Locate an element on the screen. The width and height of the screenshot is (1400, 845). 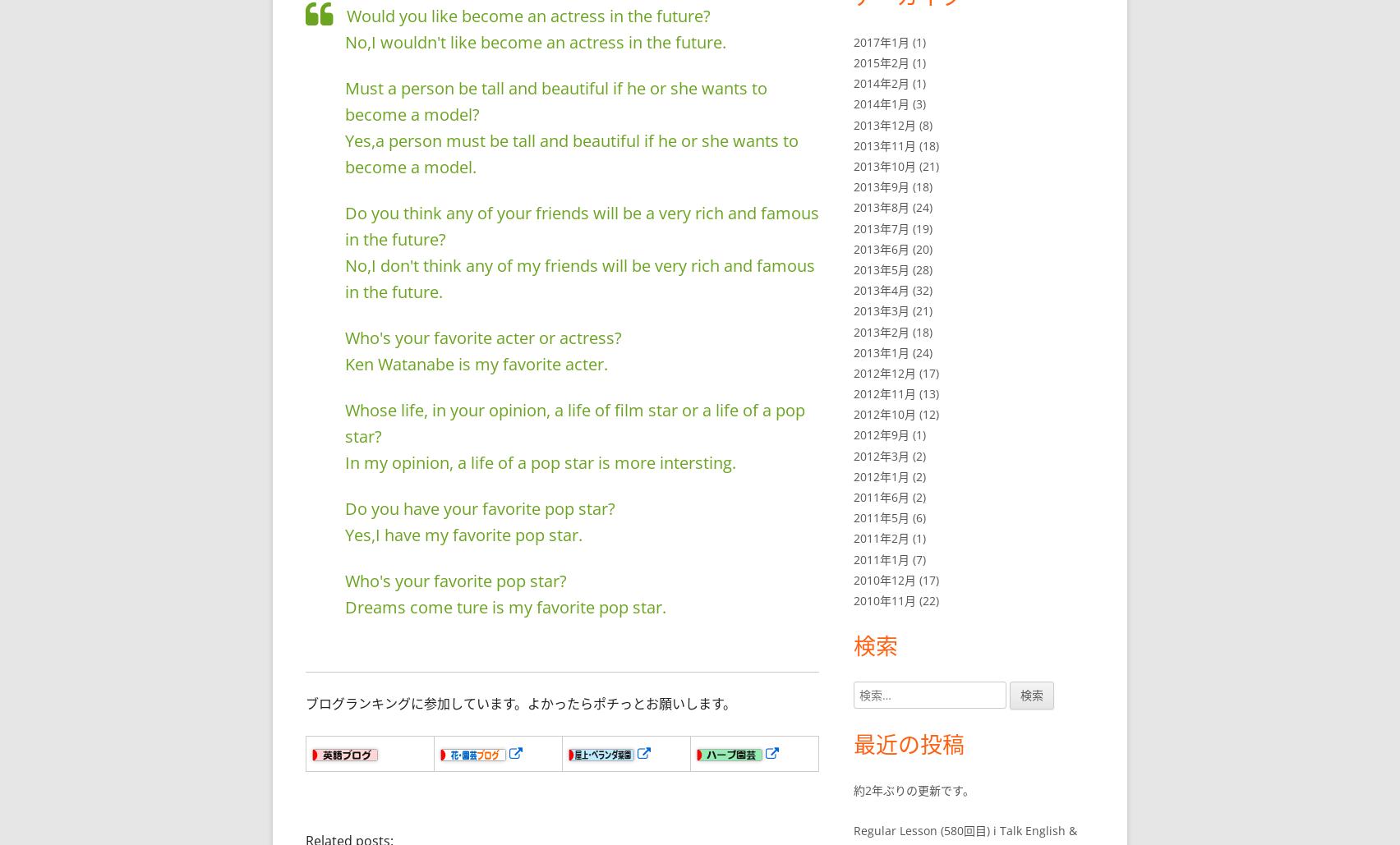
'(28)' is located at coordinates (920, 269).